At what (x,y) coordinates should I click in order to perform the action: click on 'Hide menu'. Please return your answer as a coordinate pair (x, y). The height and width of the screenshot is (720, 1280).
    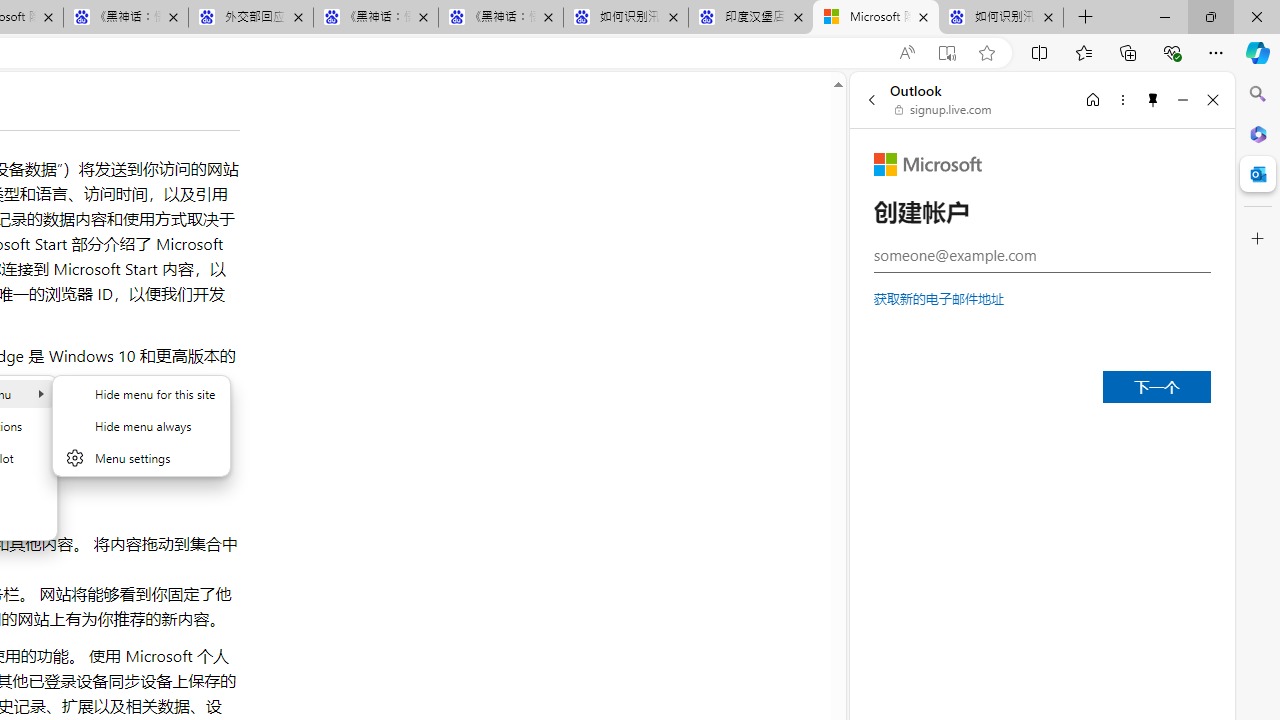
    Looking at the image, I should click on (140, 424).